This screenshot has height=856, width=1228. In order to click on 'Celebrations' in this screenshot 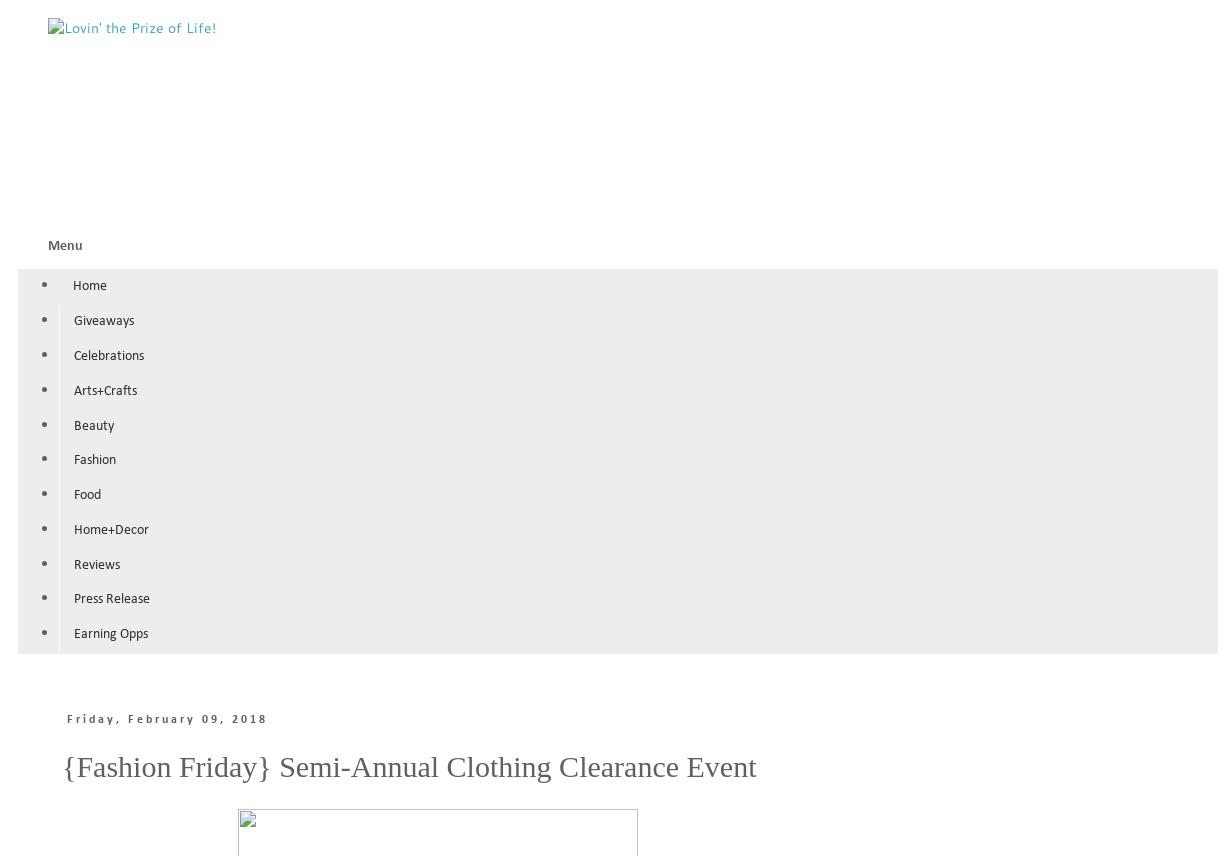, I will do `click(109, 354)`.